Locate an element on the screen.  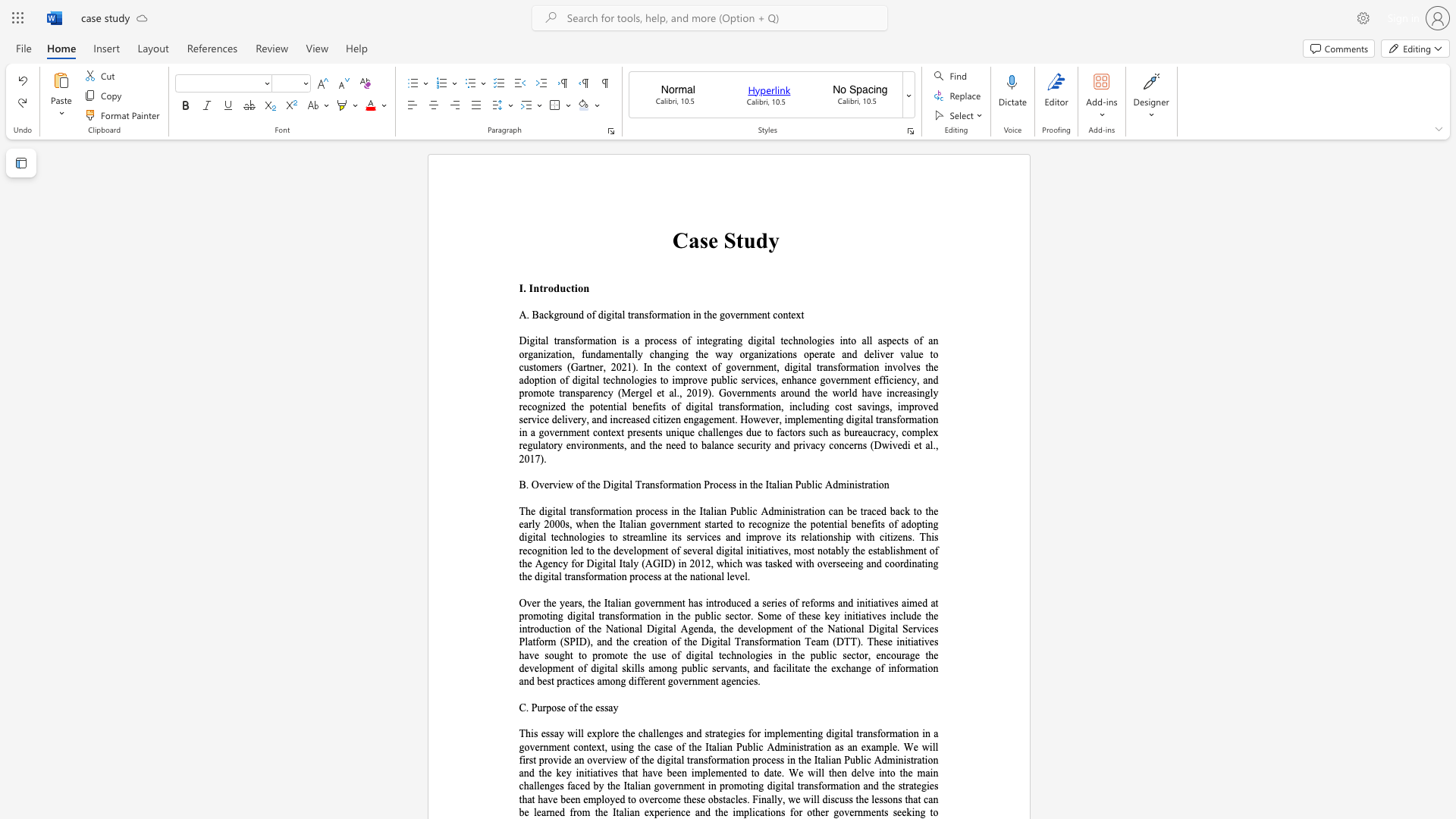
the 1th character "e" in the text is located at coordinates (712, 239).